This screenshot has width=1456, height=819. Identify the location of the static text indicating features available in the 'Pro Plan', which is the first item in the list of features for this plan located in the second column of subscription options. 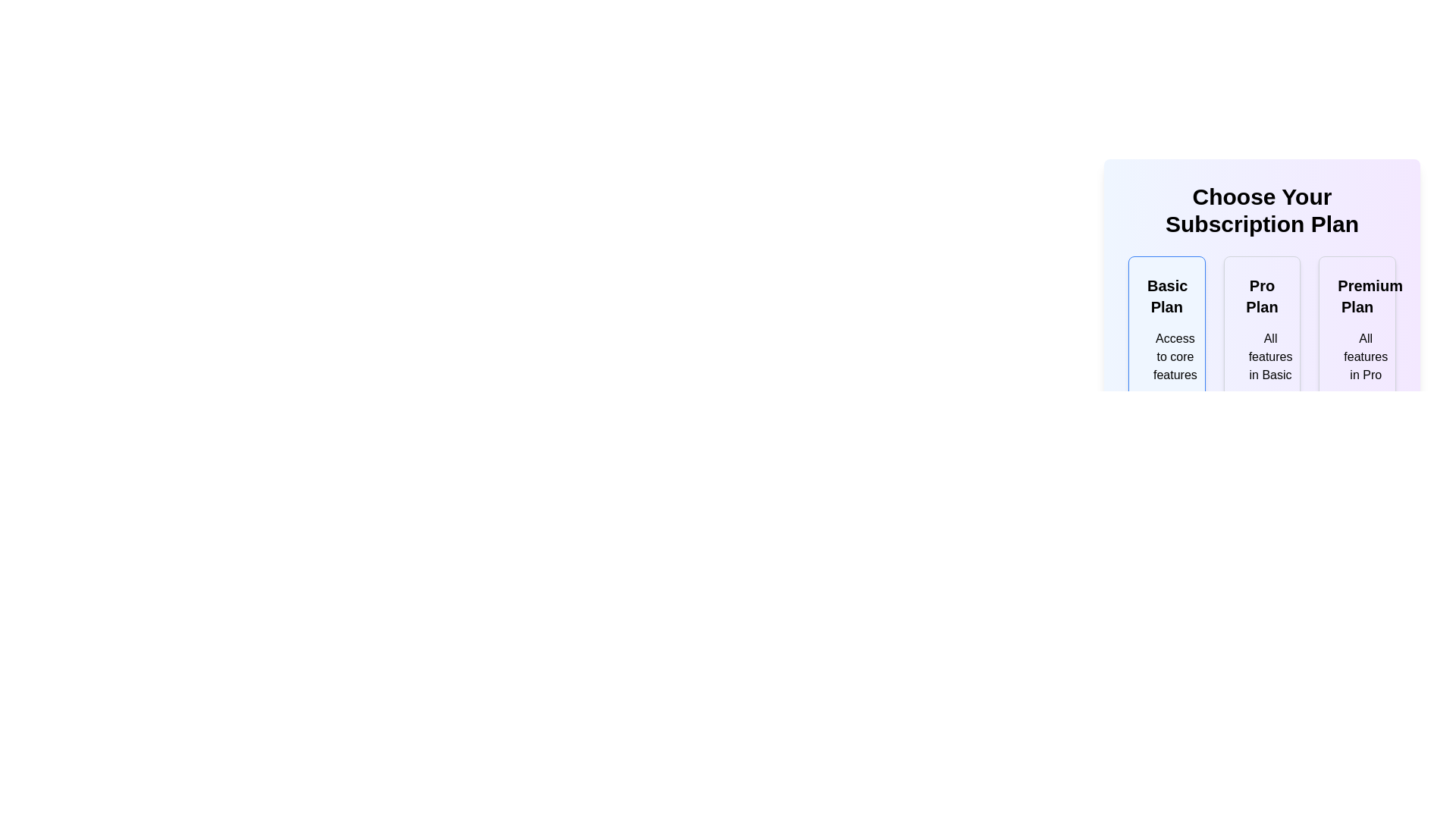
(1262, 356).